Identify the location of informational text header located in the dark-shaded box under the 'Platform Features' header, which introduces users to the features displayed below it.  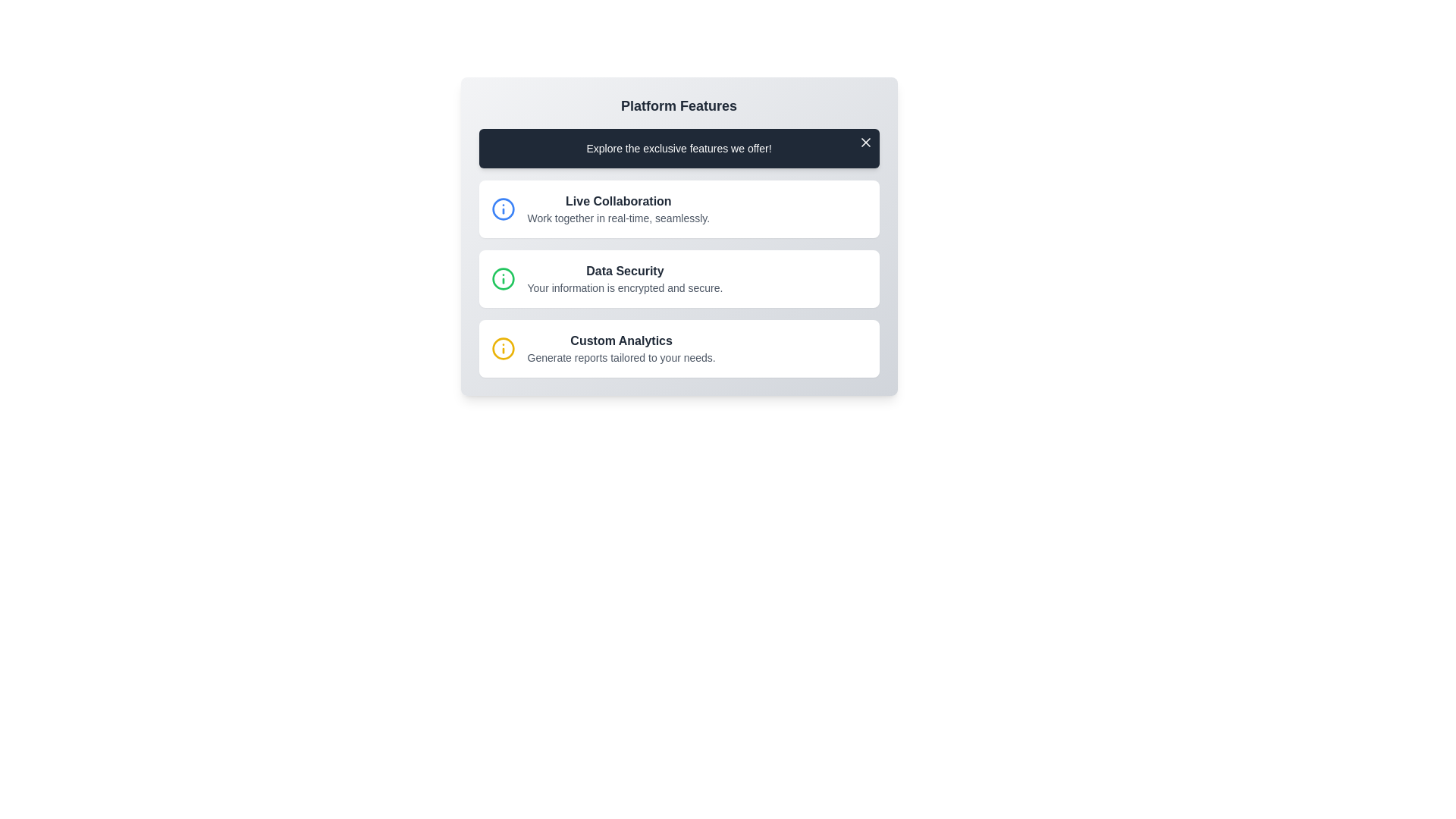
(678, 149).